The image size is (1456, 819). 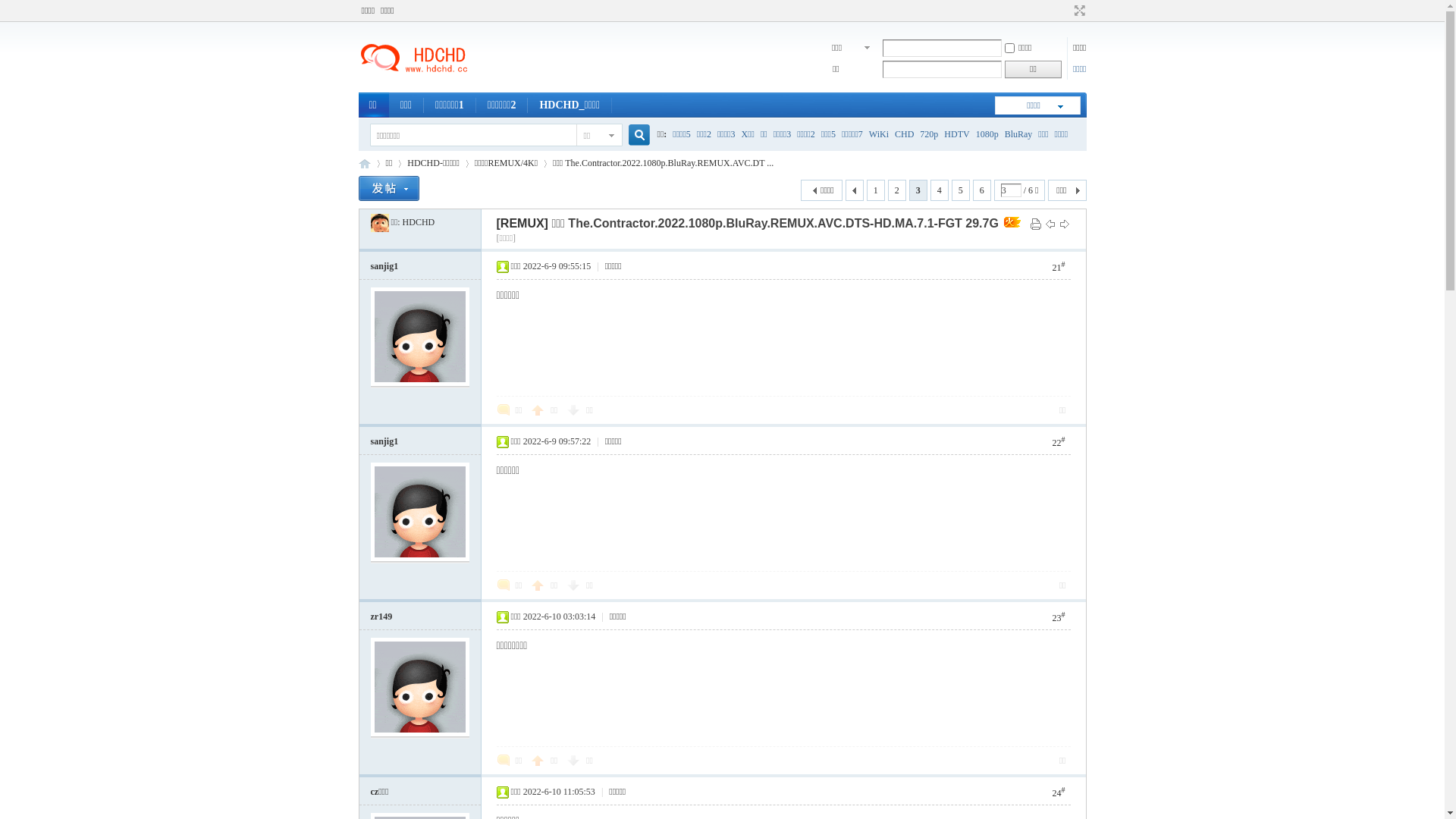 What do you see at coordinates (855, 189) in the screenshot?
I see `'  '` at bounding box center [855, 189].